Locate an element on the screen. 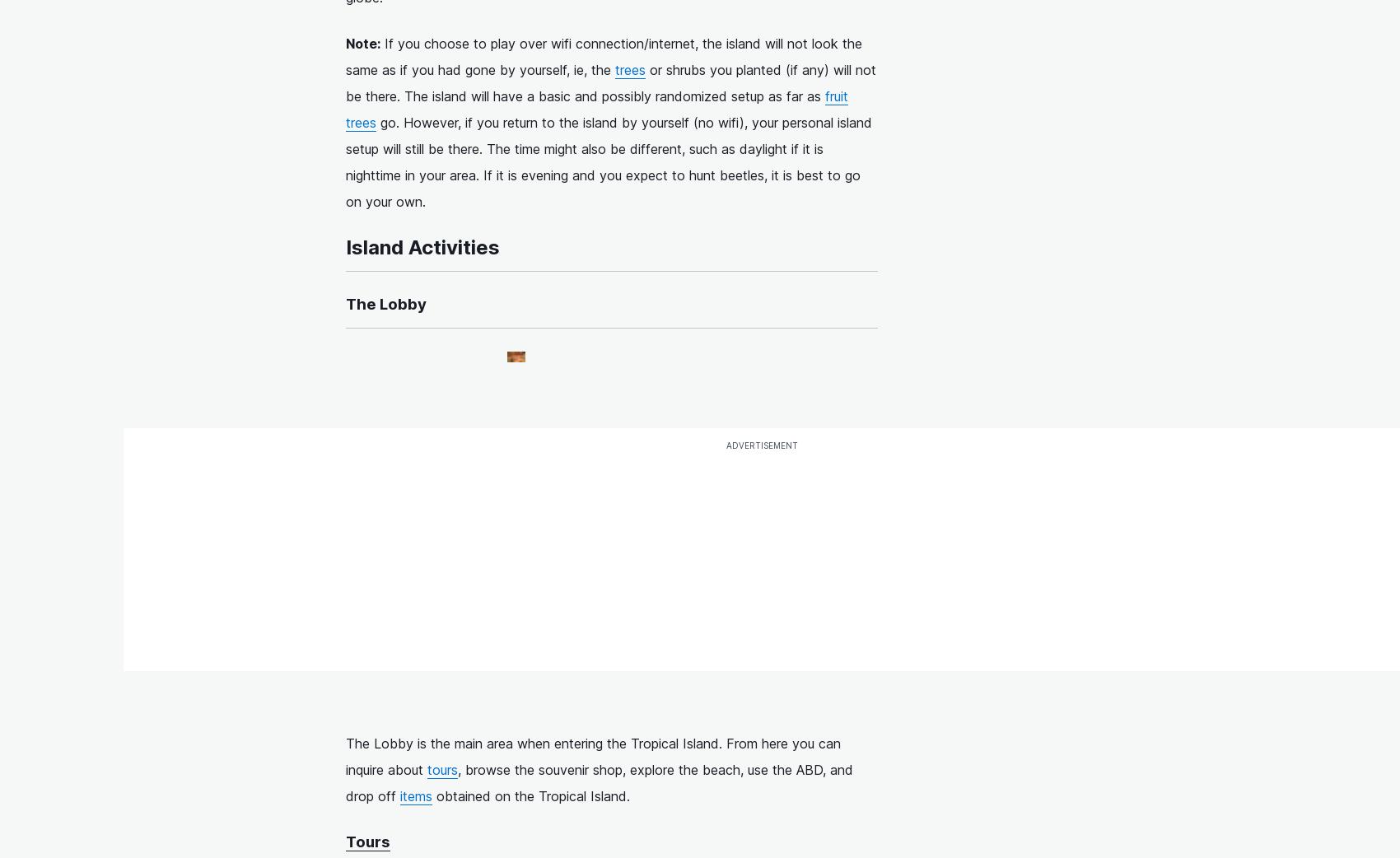 The width and height of the screenshot is (1400, 858). 'or shrubs you planted (if any) will not be there. The island will have a basic and possibly randomized setup as far as' is located at coordinates (611, 82).